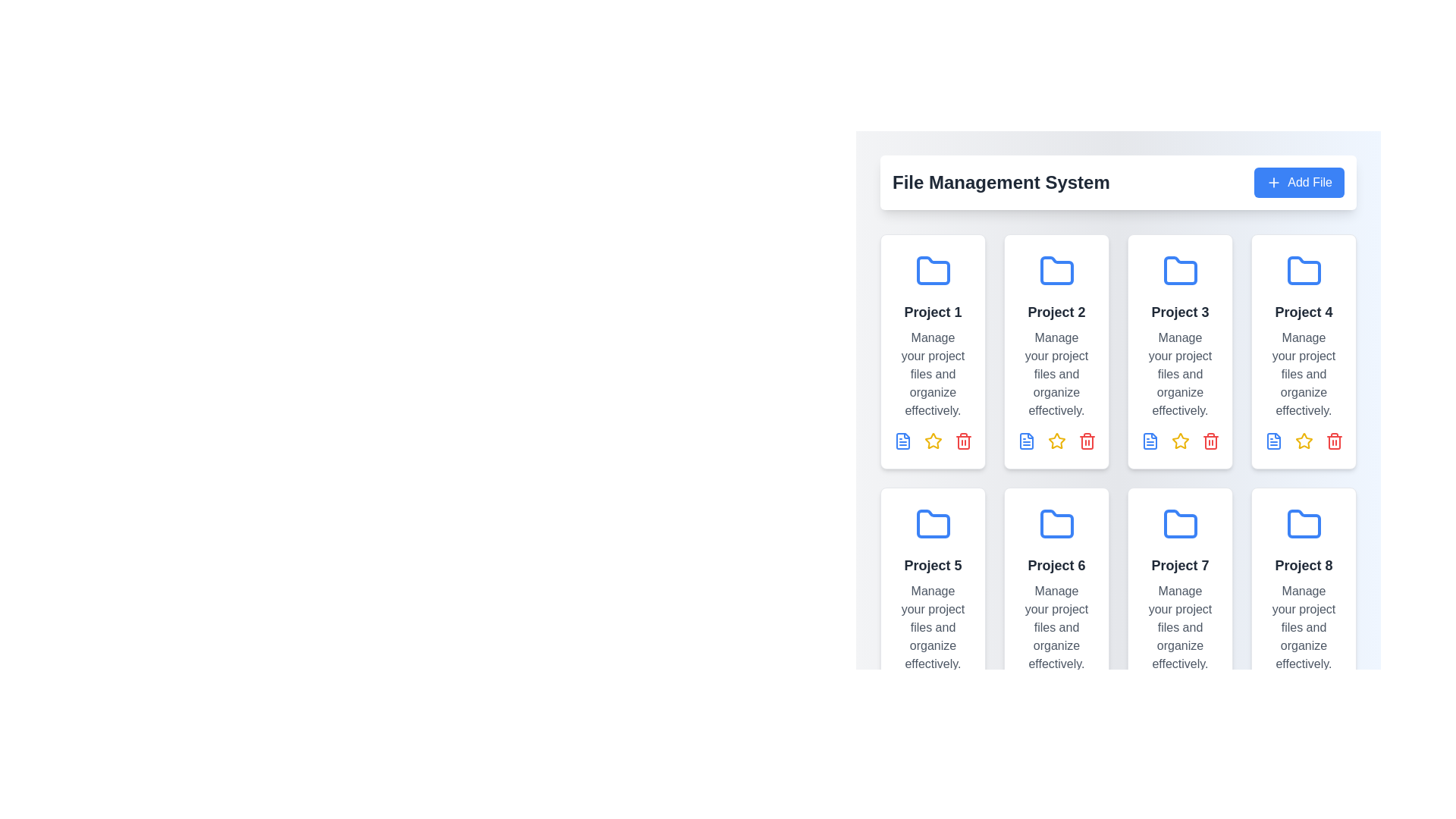 This screenshot has width=1456, height=819. What do you see at coordinates (1273, 441) in the screenshot?
I see `the graphical file icon located at the top right of the interface within the 'Project 4' card` at bounding box center [1273, 441].